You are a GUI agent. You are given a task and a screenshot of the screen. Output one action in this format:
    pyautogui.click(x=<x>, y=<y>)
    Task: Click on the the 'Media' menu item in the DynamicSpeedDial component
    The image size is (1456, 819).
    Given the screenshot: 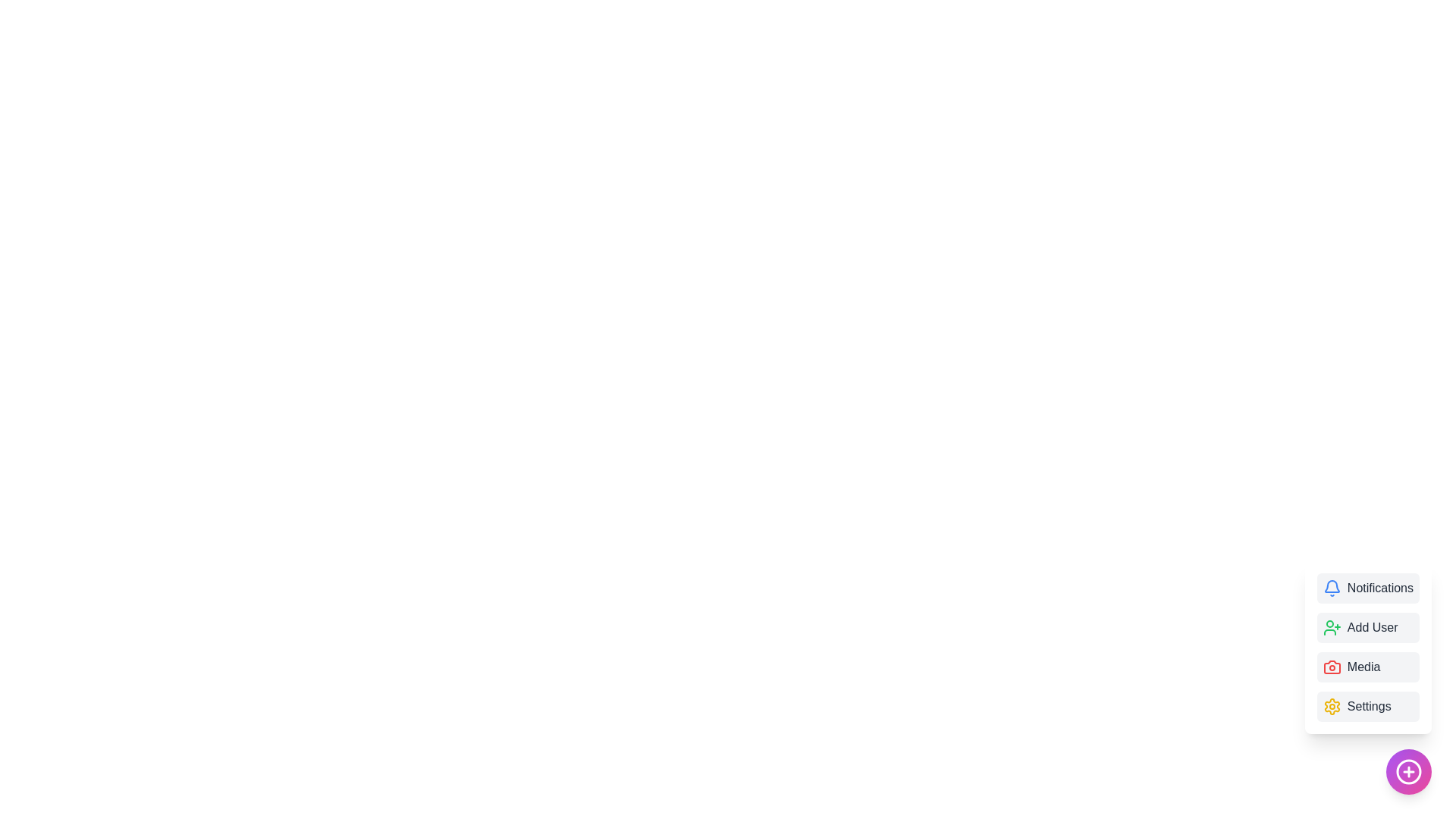 What is the action you would take?
    pyautogui.click(x=1368, y=666)
    